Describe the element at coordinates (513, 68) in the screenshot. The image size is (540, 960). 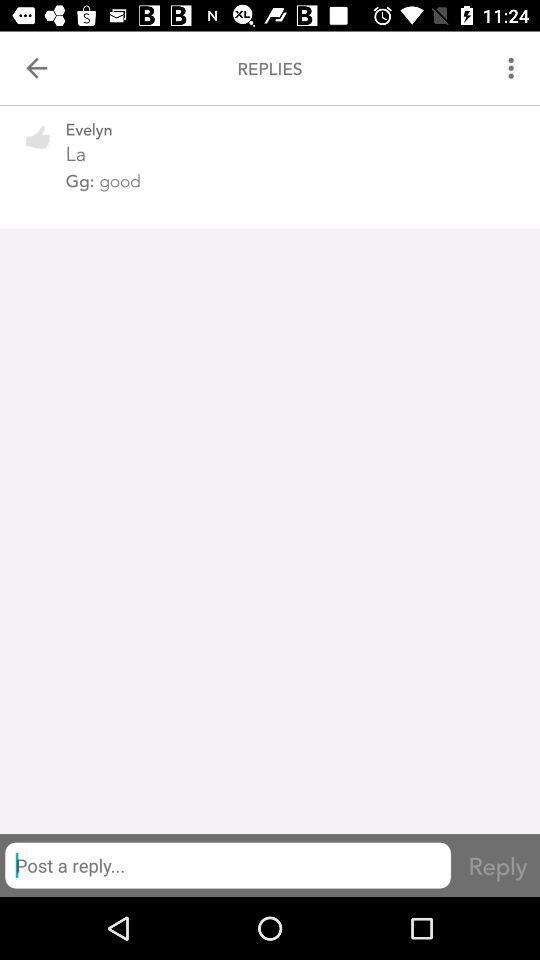
I see `item to the right of replies` at that location.